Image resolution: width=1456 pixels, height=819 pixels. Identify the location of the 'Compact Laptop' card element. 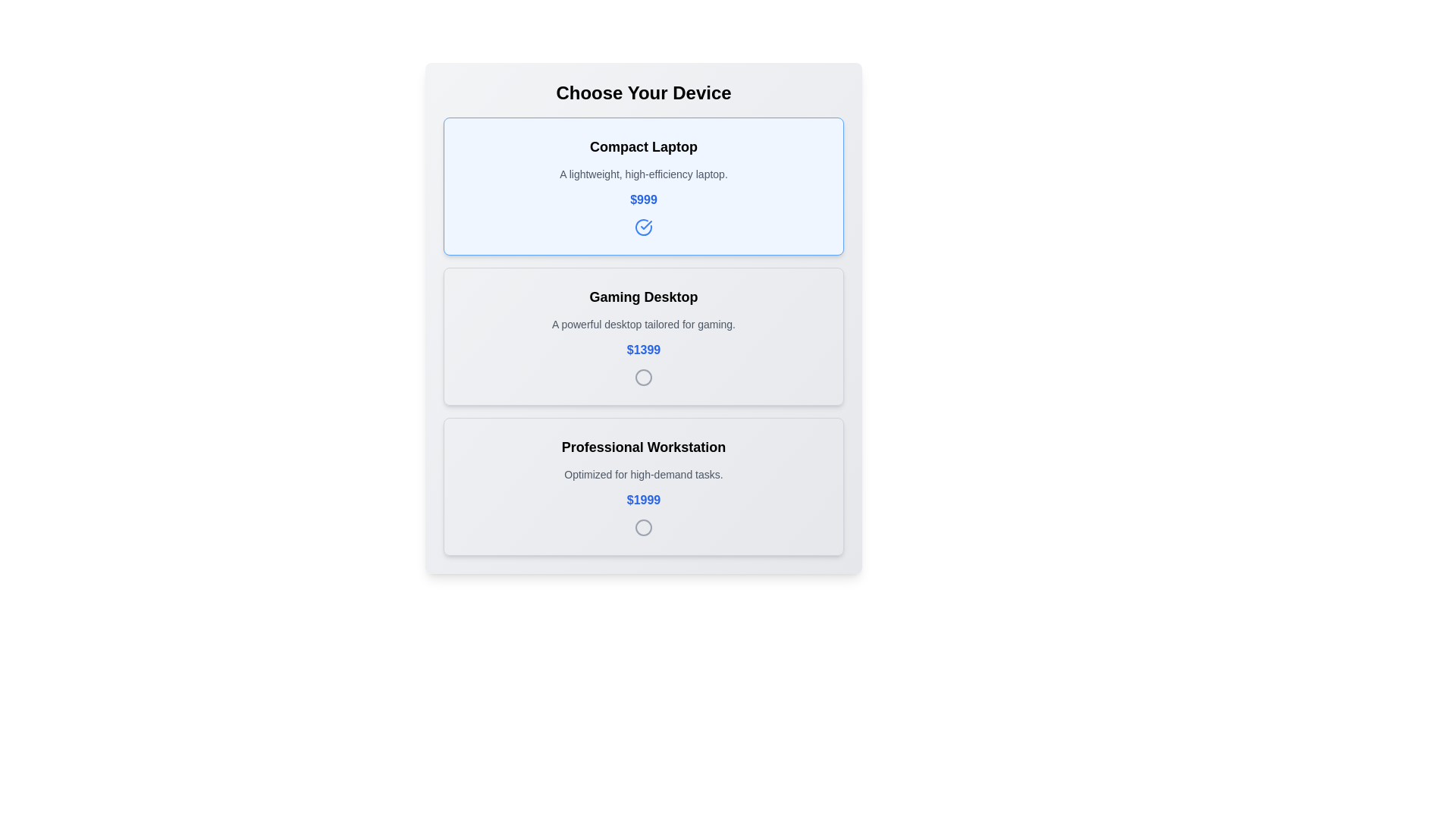
(644, 186).